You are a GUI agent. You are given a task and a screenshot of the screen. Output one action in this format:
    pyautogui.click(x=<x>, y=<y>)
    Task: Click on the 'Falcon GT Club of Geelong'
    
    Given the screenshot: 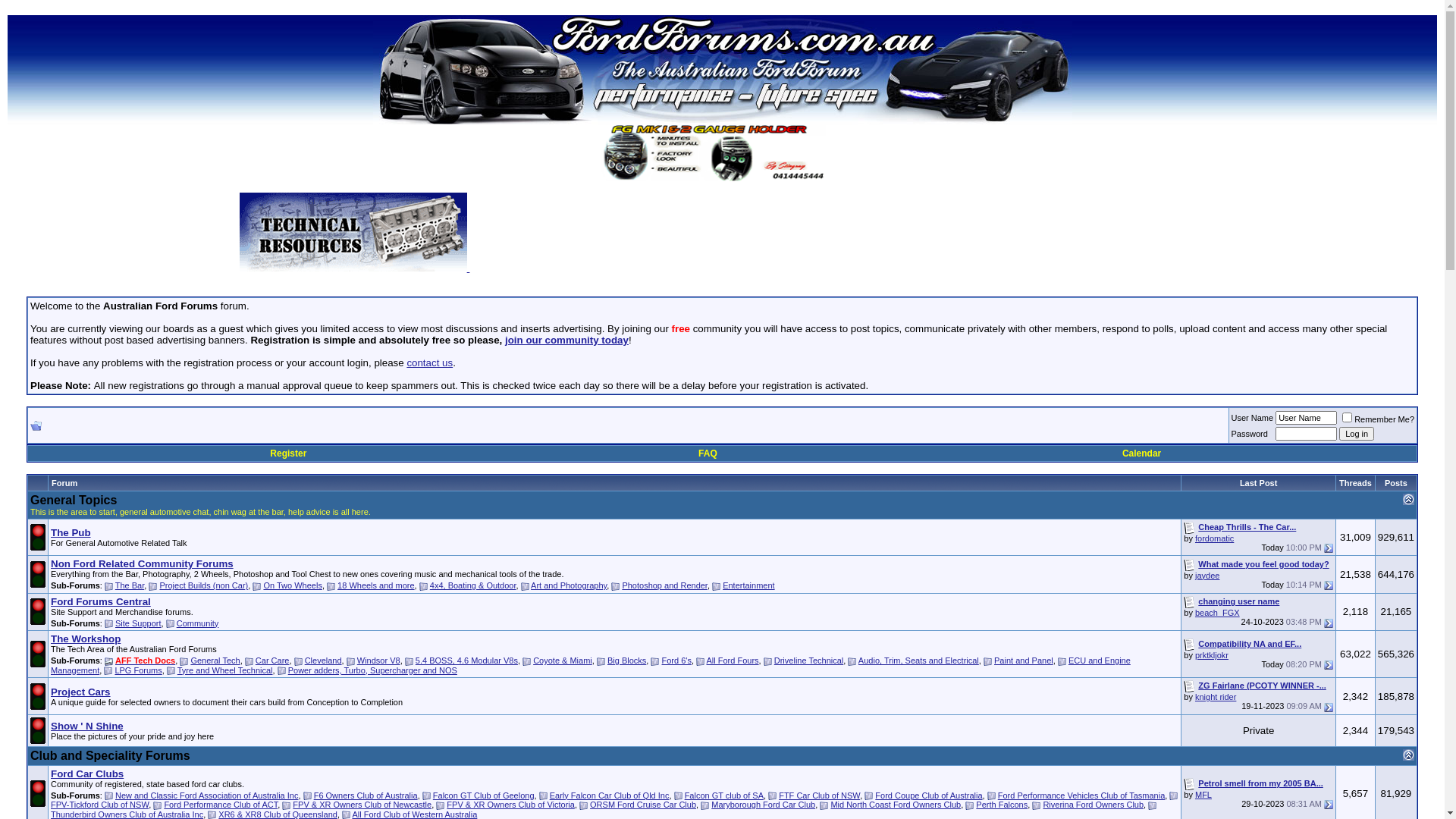 What is the action you would take?
    pyautogui.click(x=483, y=795)
    